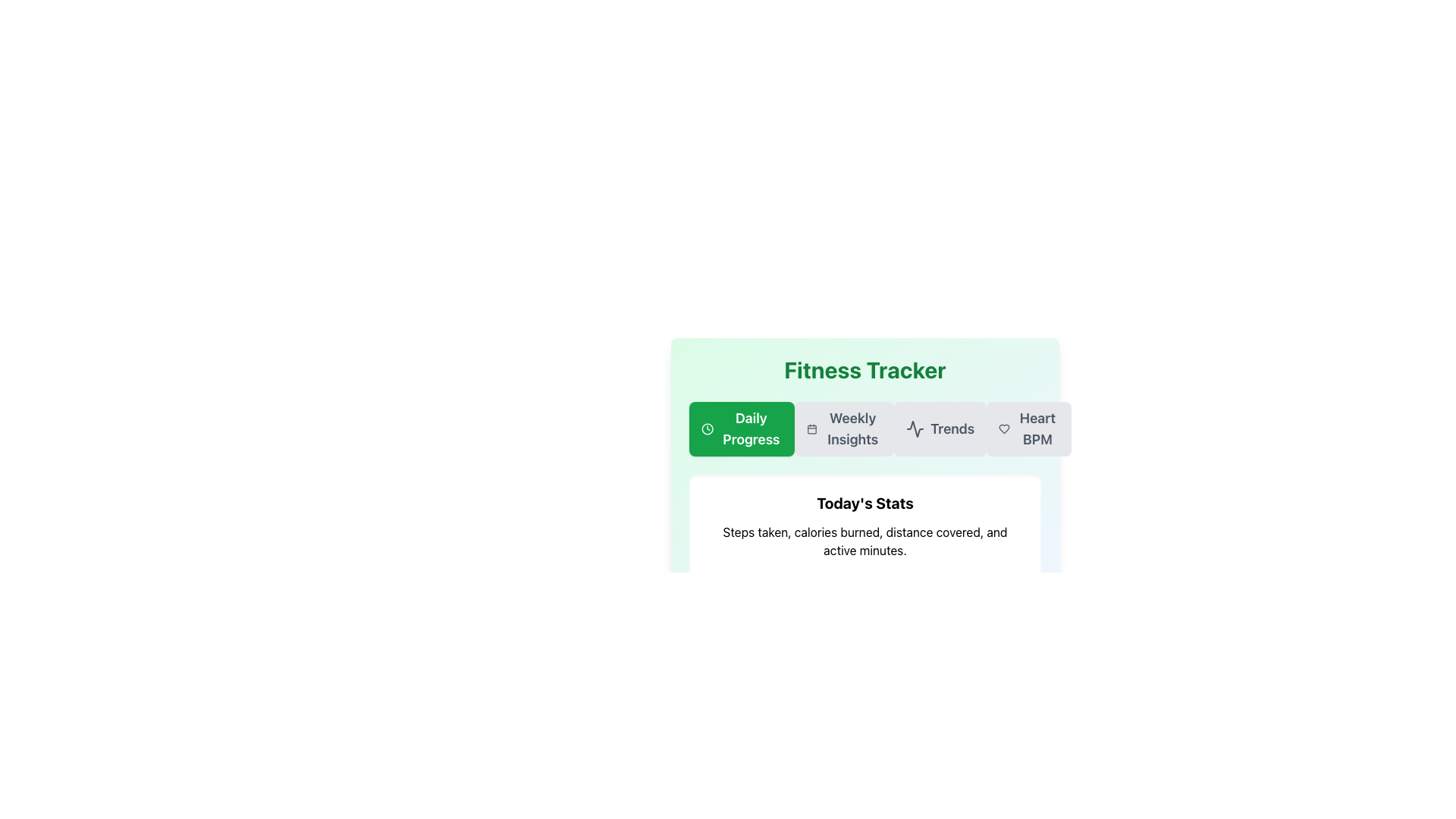 Image resolution: width=1456 pixels, height=819 pixels. What do you see at coordinates (915, 429) in the screenshot?
I see `the Trends icon located in the navigation menu, which is the third icon from the left between the Weekly Insights and Heart BPM icons` at bounding box center [915, 429].